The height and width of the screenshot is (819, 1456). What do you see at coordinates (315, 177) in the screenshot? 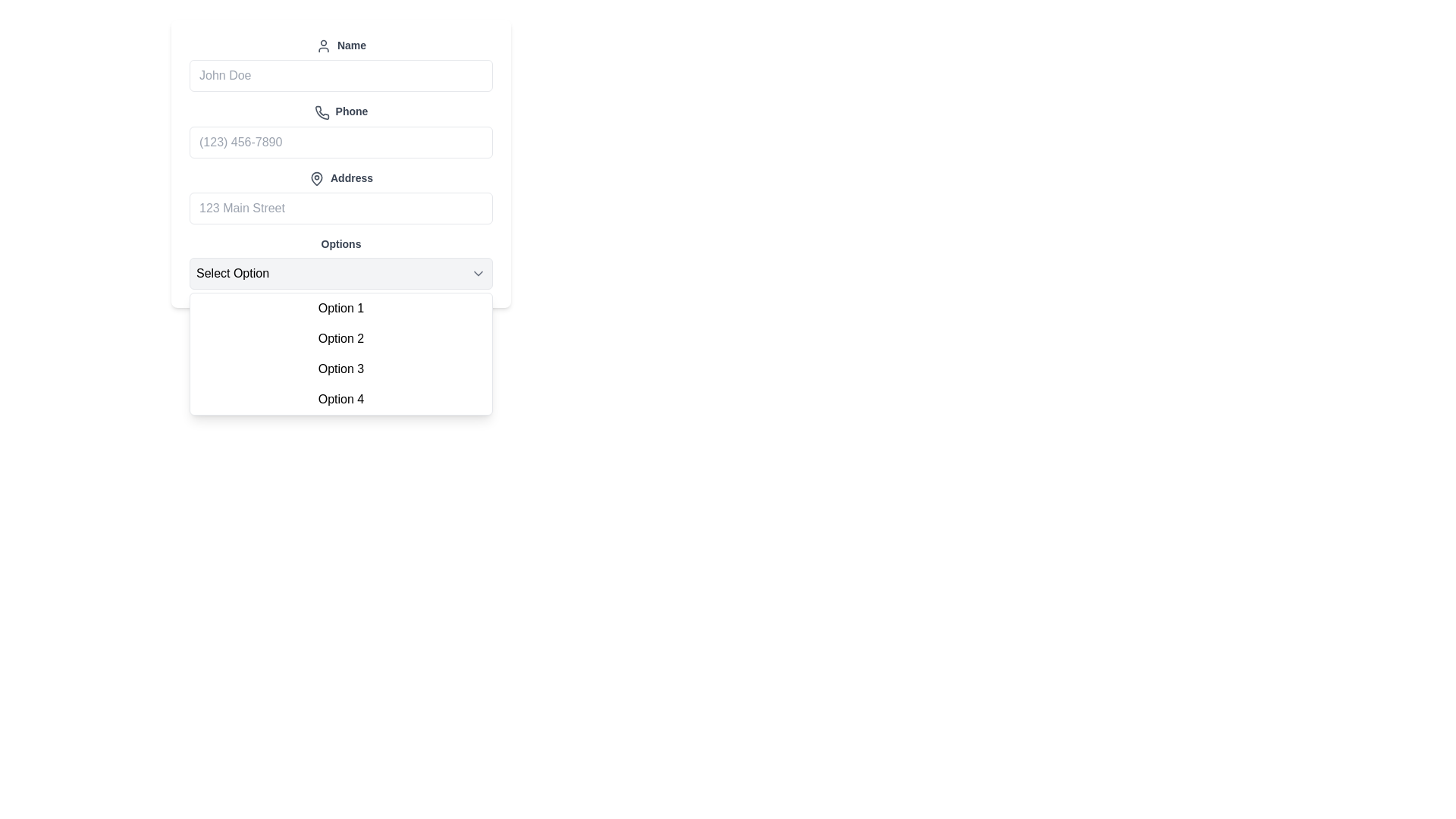
I see `the small dark gray map pin icon located to the immediate left of the 'Address' label in the form` at bounding box center [315, 177].